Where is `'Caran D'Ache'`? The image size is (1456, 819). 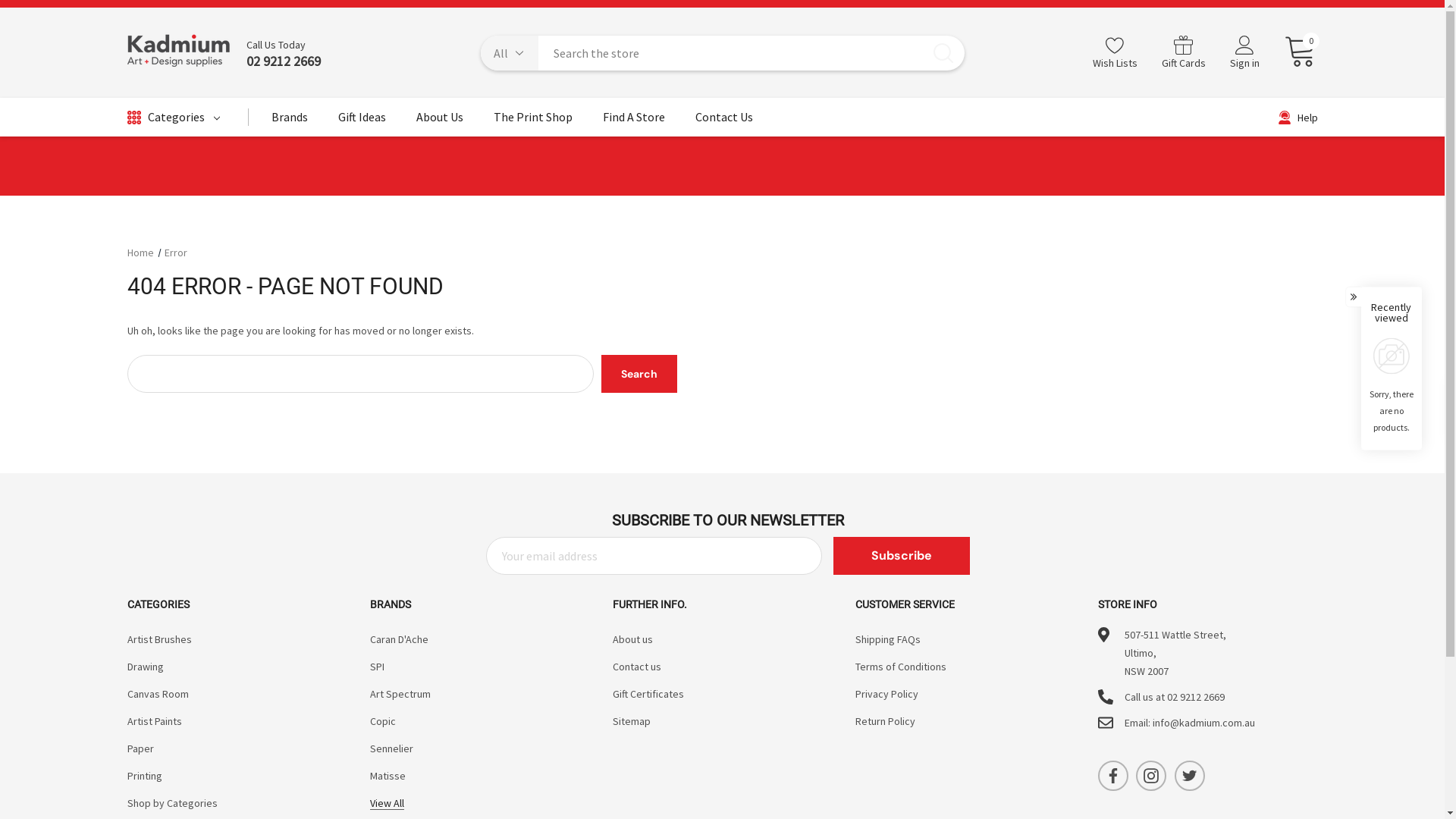
'Caran D'Ache' is located at coordinates (399, 639).